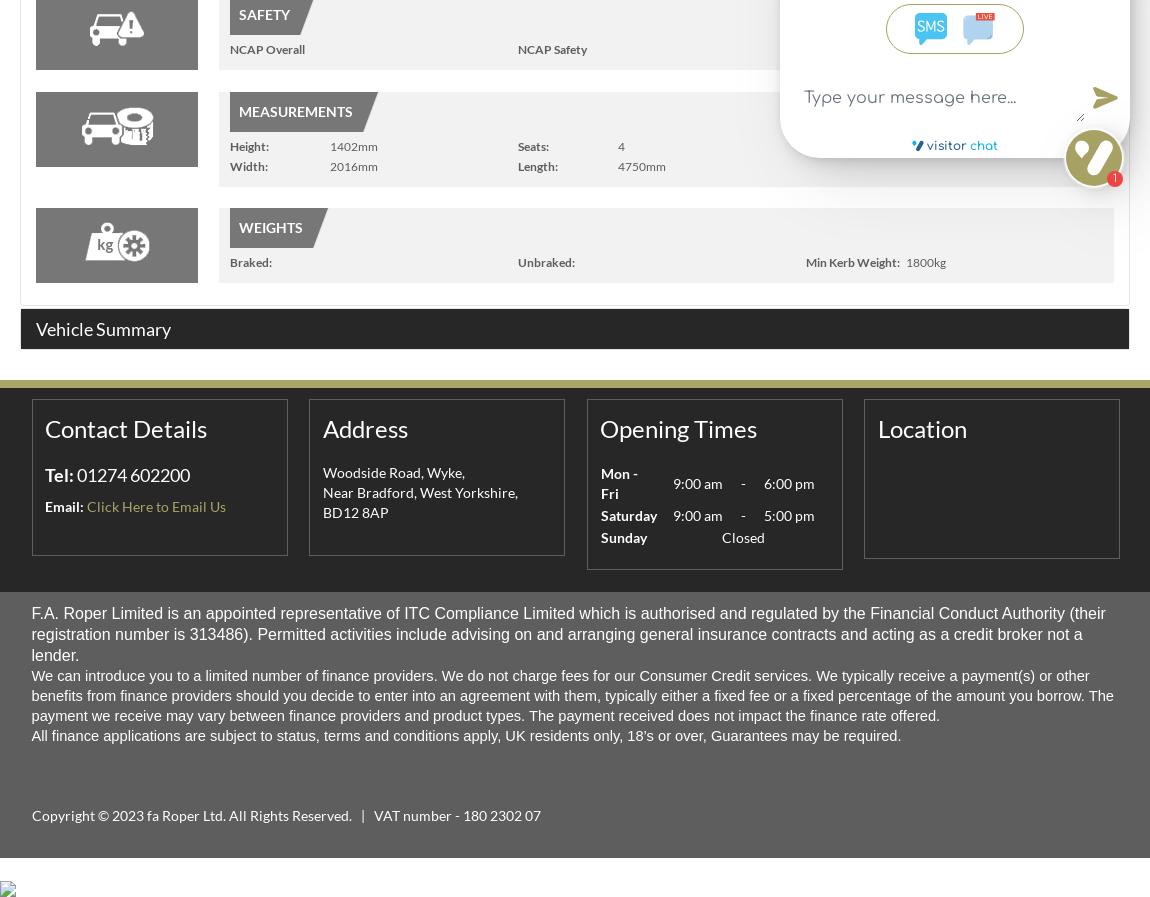 This screenshot has width=1150, height=897. I want to click on 'We can introduce you to a limited number of finance providers. We do not charge fees for our Consumer Credit services. We typically receive a payment(s) or other benefits from finance providers should you decide to enter into an agreement with them, typically either a fixed fee or a fixed percentage of the amount you borrow. The payment we receive may vary between finance providers and product types. The payment received does not impact the finance rate offered.', so click(572, 695).